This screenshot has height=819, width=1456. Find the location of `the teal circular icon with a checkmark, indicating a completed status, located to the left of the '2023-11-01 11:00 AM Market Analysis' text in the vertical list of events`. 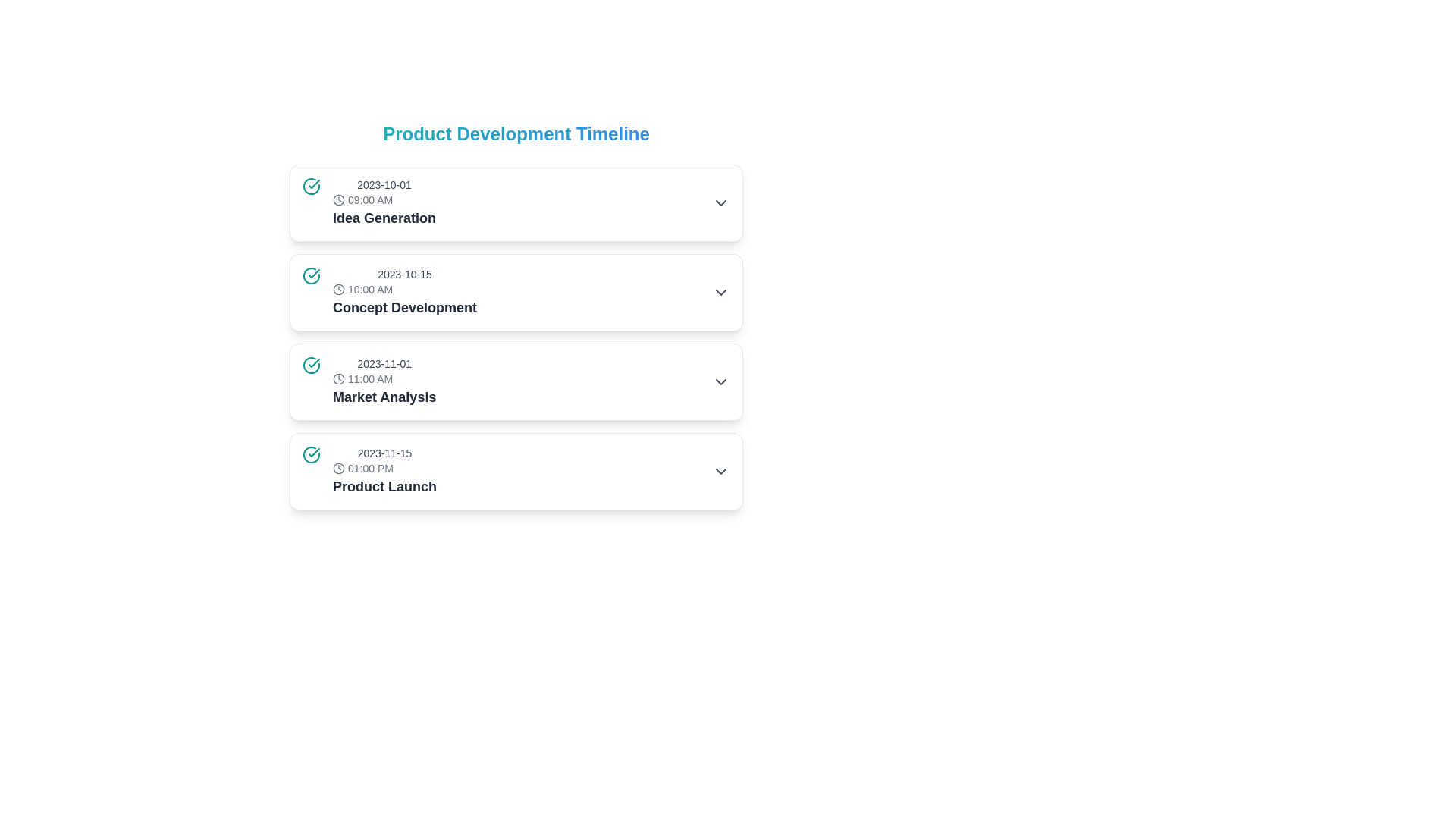

the teal circular icon with a checkmark, indicating a completed status, located to the left of the '2023-11-01 11:00 AM Market Analysis' text in the vertical list of events is located at coordinates (311, 366).